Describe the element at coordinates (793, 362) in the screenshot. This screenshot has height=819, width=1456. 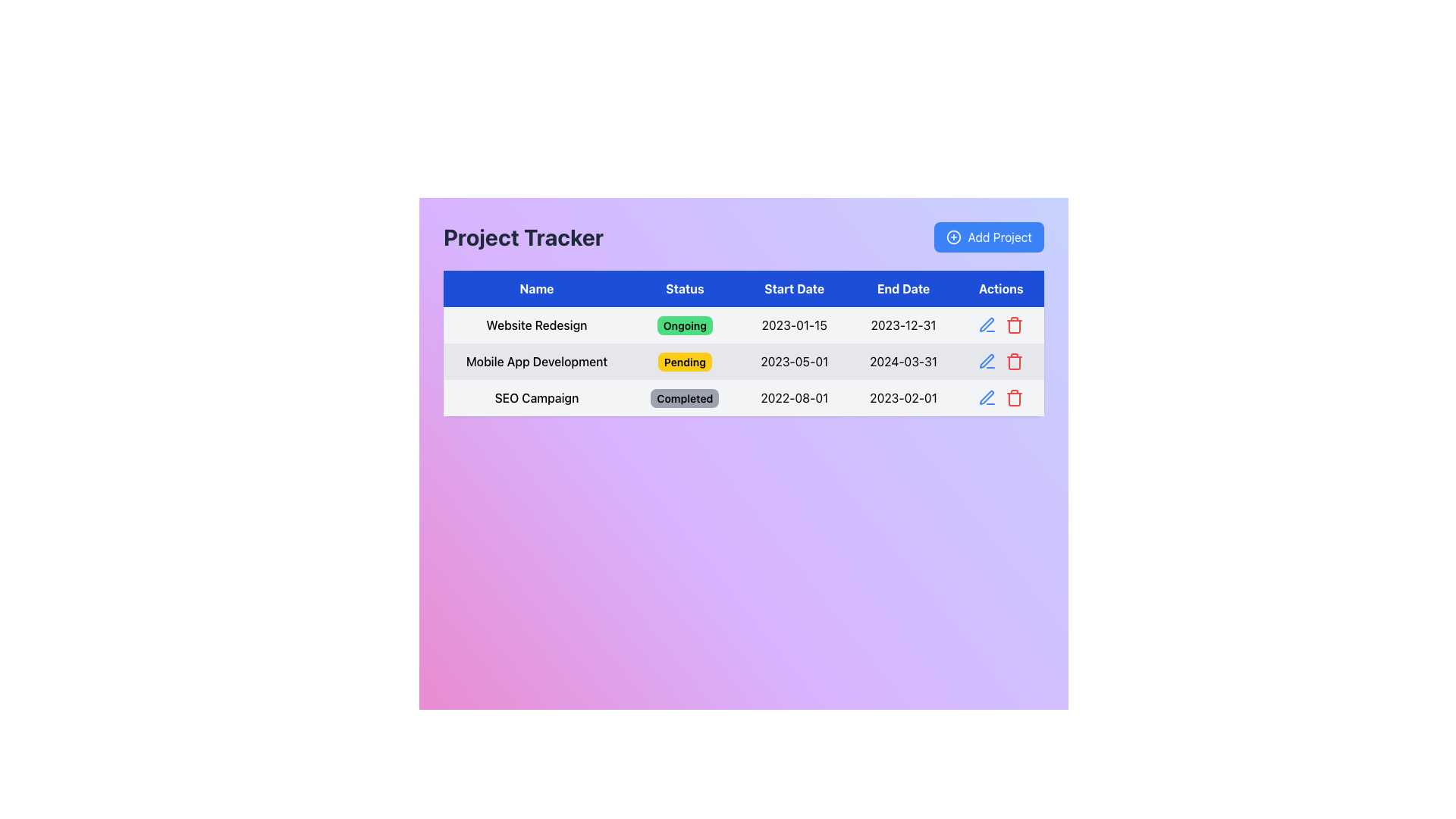
I see `the 'Start Date' text element in the project 'Mobile App Development', which is located in the third column of the second row of the table` at that location.